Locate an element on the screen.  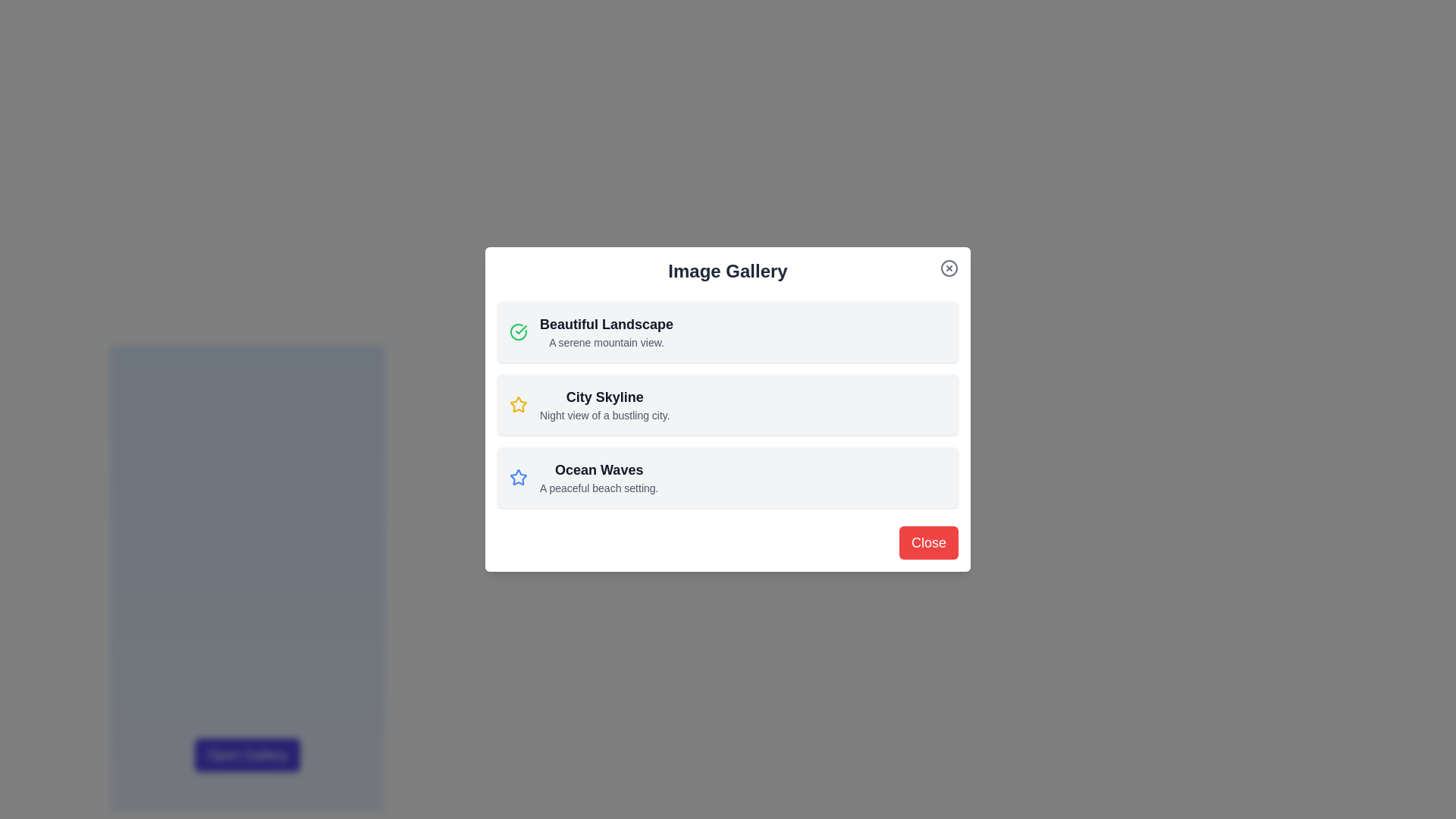
the blue-outlined star icon located to the left of the text 'Ocean Waves' in the last list item is located at coordinates (519, 476).